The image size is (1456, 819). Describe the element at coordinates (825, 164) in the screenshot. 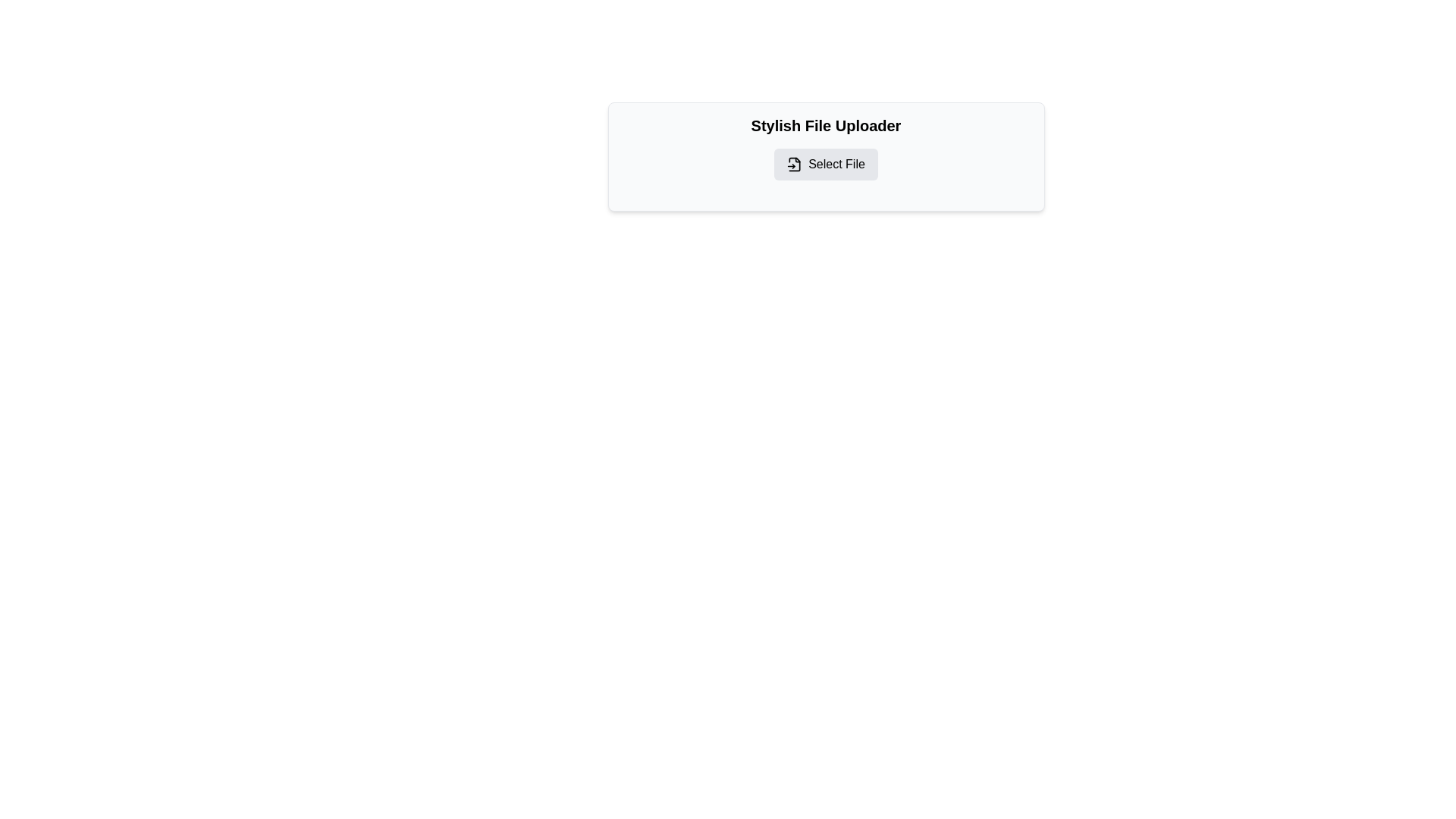

I see `the 'Select File' button styled as a file input selector, which has a gray background, rounded corners, dashed borders, and displays the text 'Select File' prominently. An icon resembling a file is positioned to the left of the text` at that location.